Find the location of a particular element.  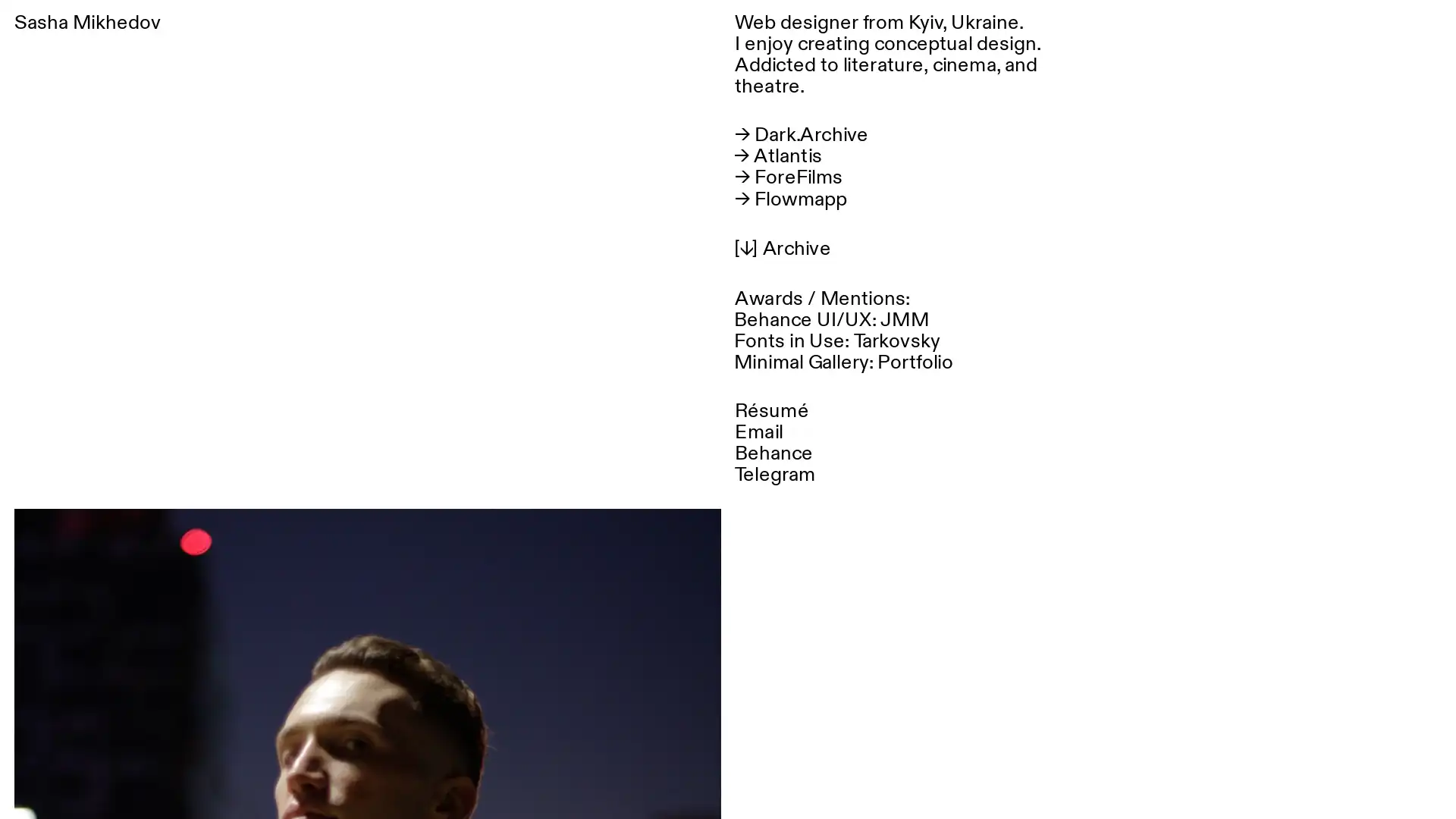

Close is located at coordinates (1427, 29).